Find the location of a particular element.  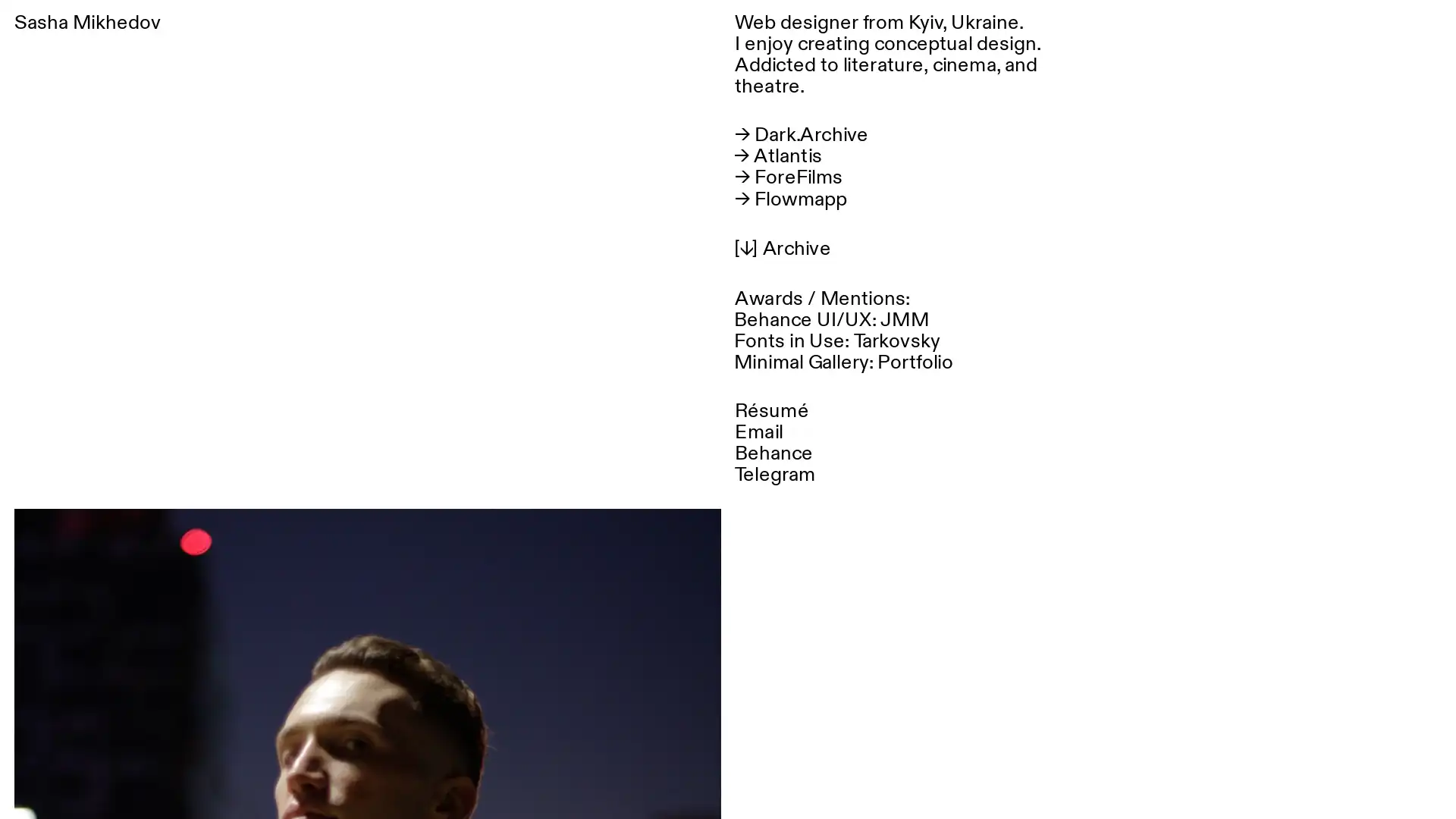

Close is located at coordinates (1427, 29).